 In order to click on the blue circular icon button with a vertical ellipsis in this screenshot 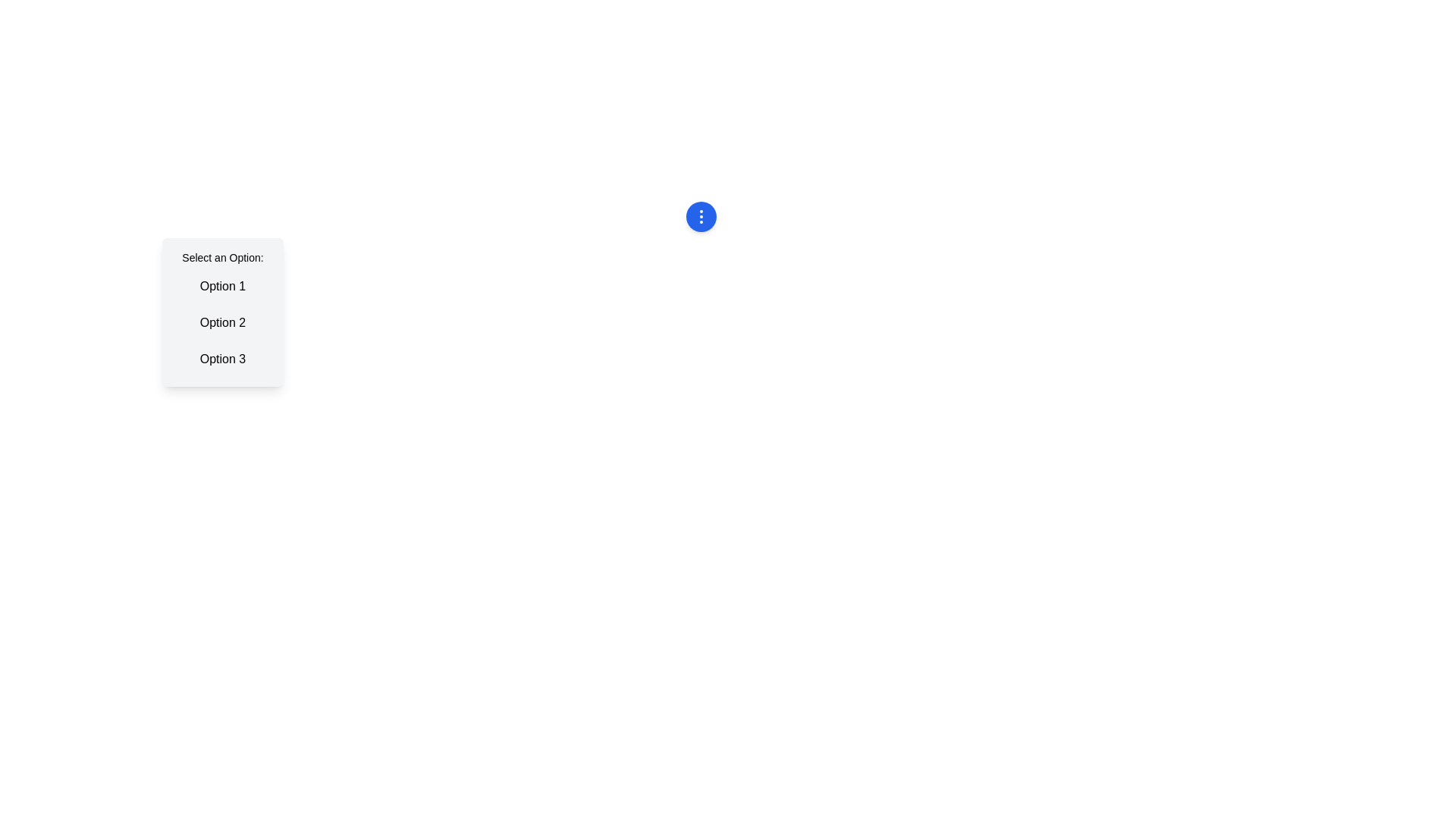, I will do `click(700, 216)`.